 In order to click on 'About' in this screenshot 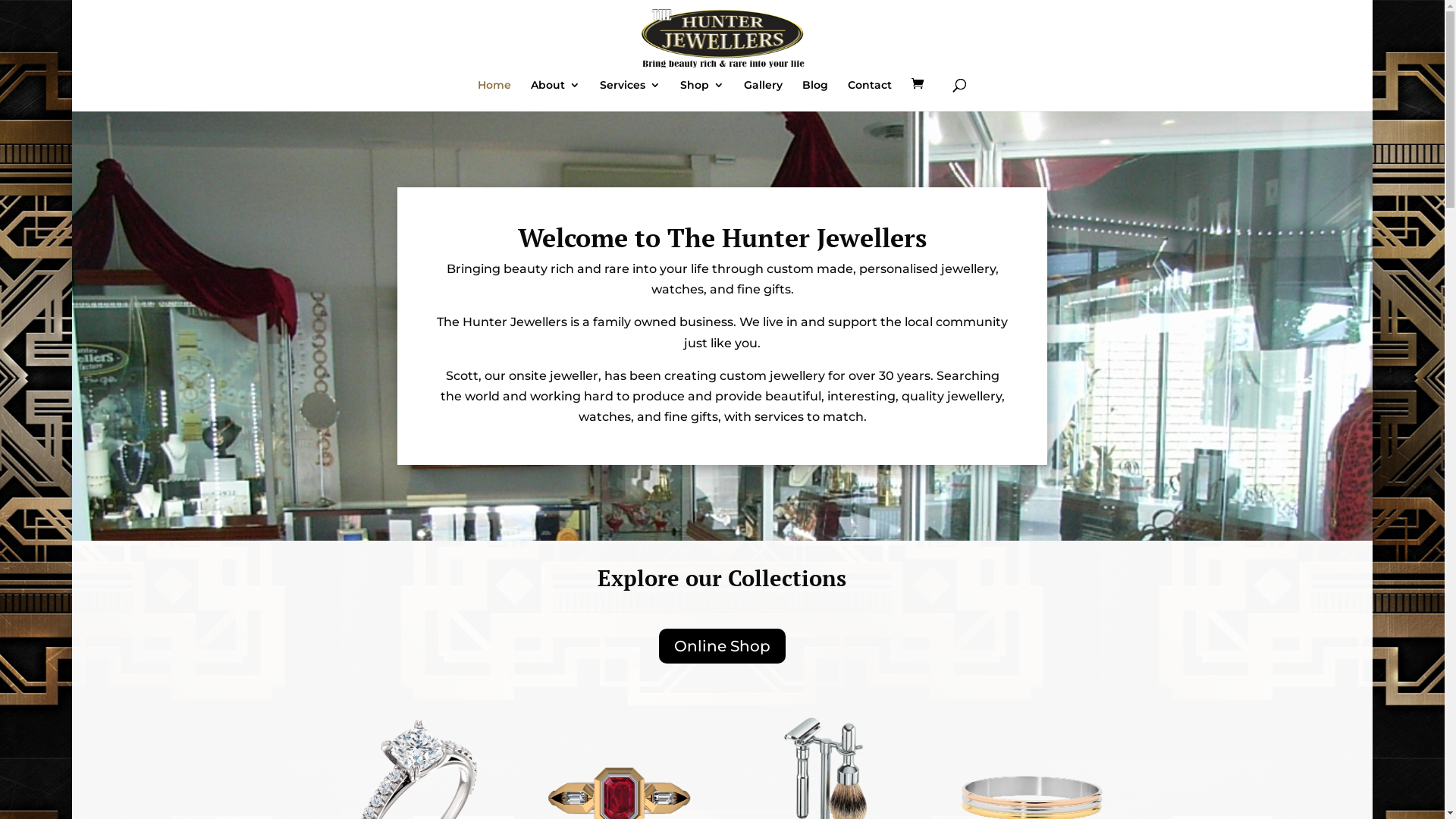, I will do `click(531, 96)`.